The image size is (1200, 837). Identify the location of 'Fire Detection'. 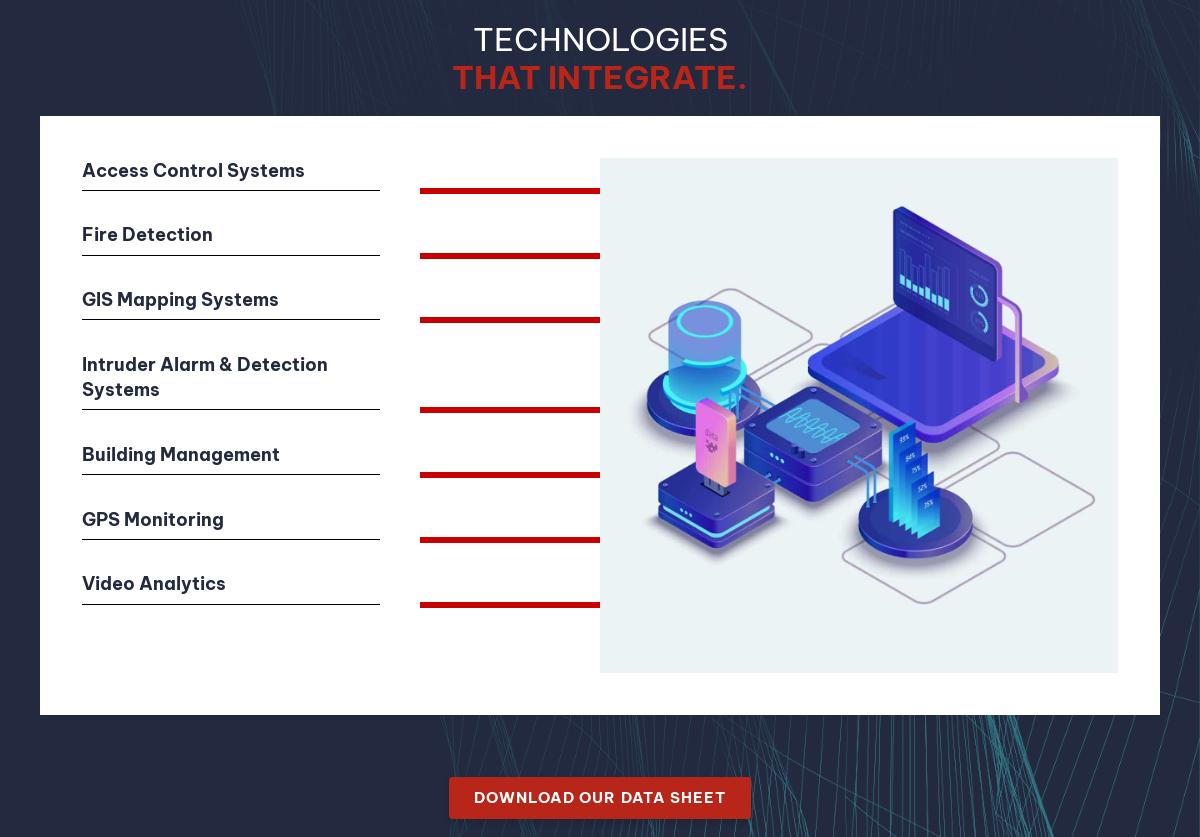
(147, 233).